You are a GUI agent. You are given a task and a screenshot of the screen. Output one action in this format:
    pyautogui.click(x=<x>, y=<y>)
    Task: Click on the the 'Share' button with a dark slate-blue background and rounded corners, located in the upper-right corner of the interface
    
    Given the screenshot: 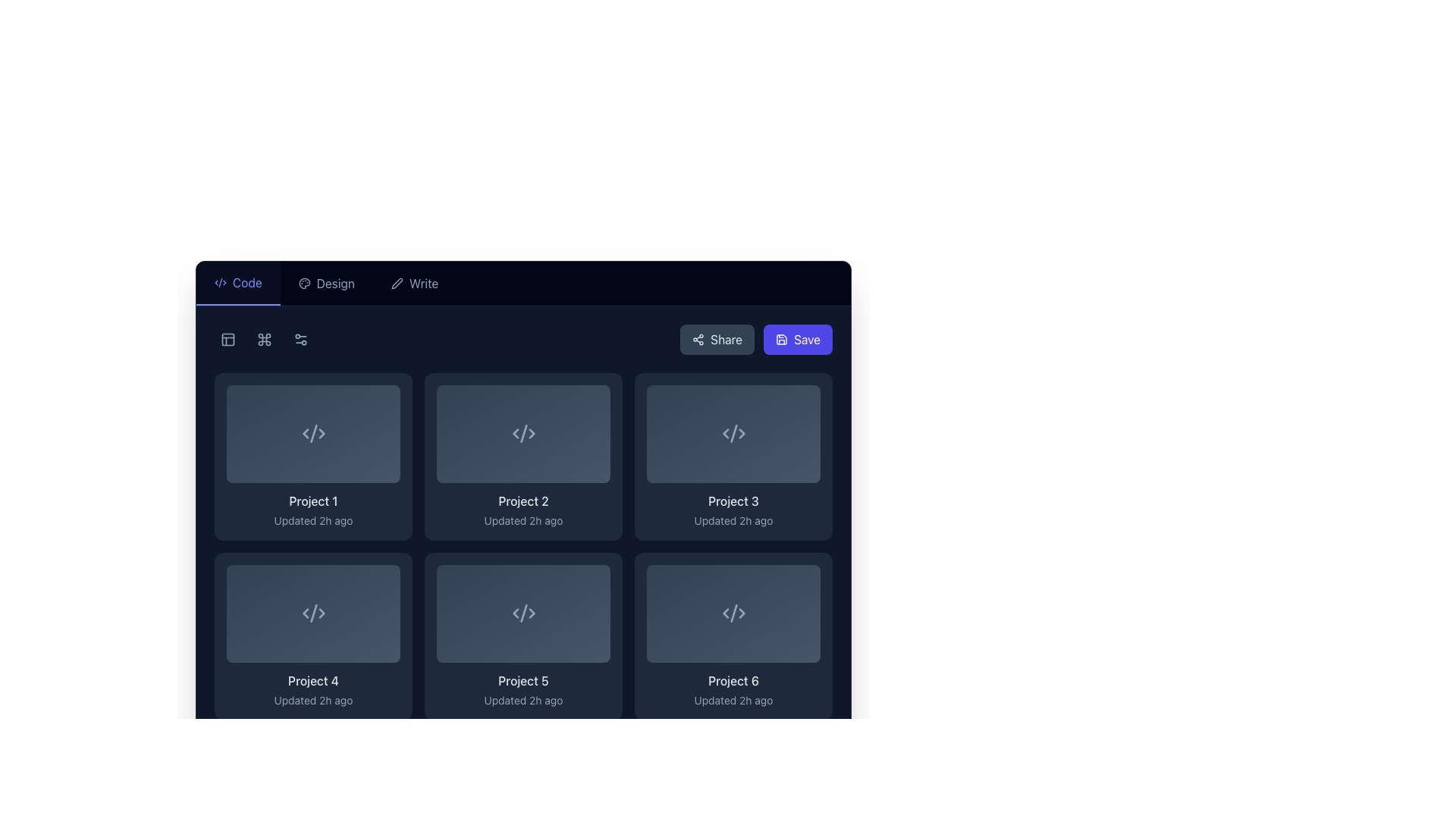 What is the action you would take?
    pyautogui.click(x=717, y=338)
    